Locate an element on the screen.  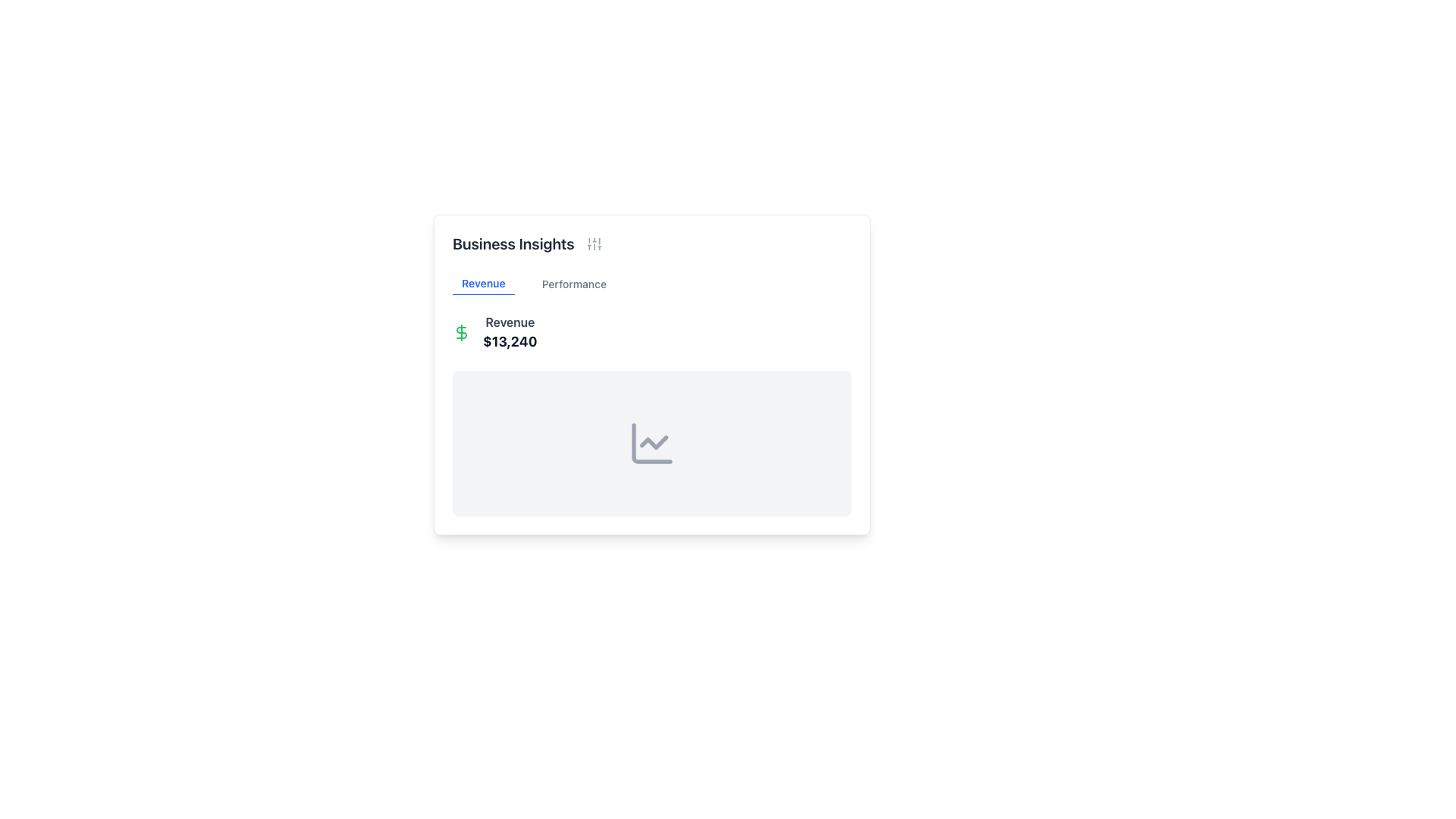
the Text Display element that shows 'Revenue' and '$13,240', which is vertically aligned with the dollar icon on the right is located at coordinates (510, 332).